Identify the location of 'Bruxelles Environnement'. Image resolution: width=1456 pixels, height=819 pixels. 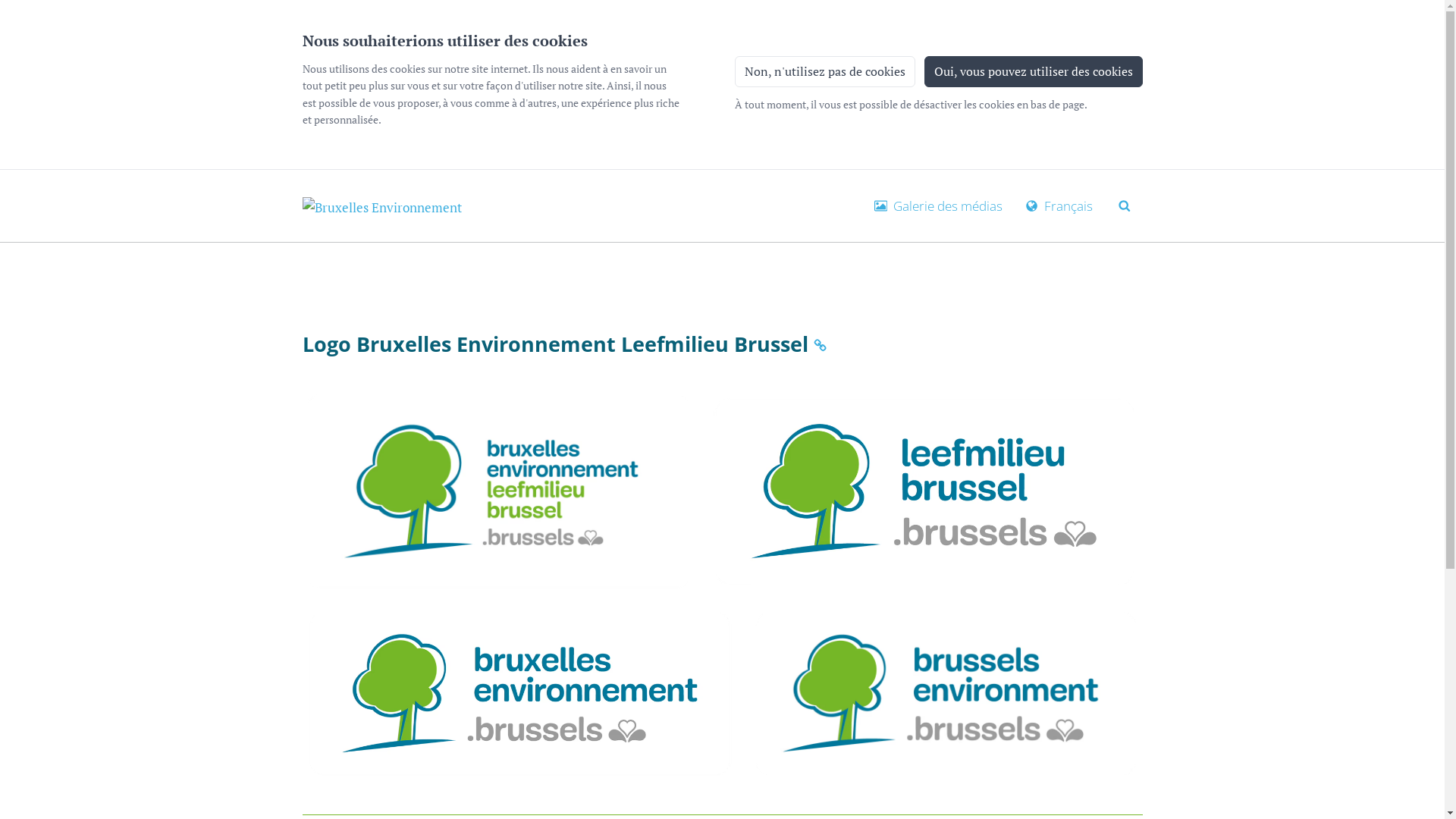
(381, 206).